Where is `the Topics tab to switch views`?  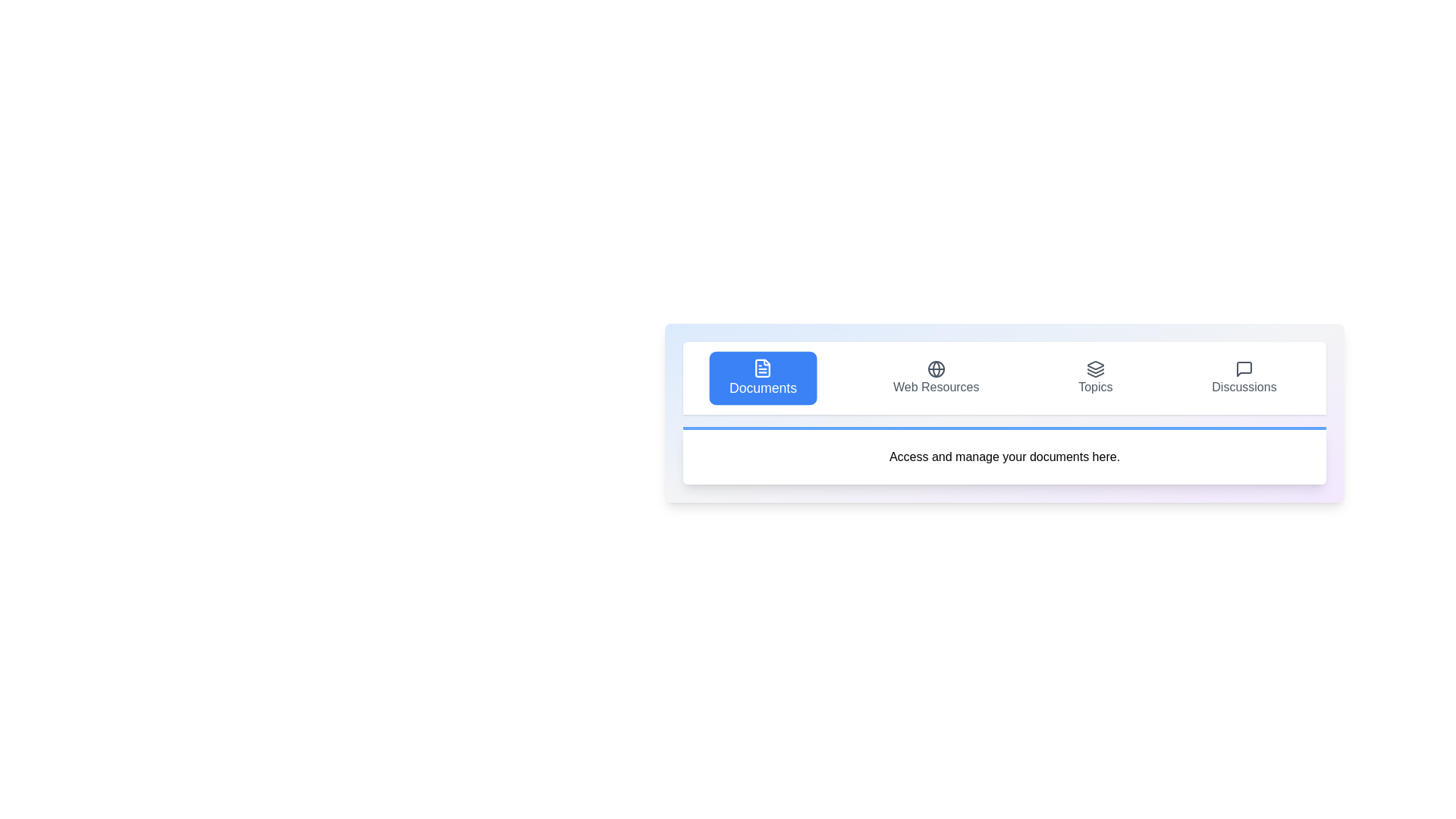
the Topics tab to switch views is located at coordinates (1095, 377).